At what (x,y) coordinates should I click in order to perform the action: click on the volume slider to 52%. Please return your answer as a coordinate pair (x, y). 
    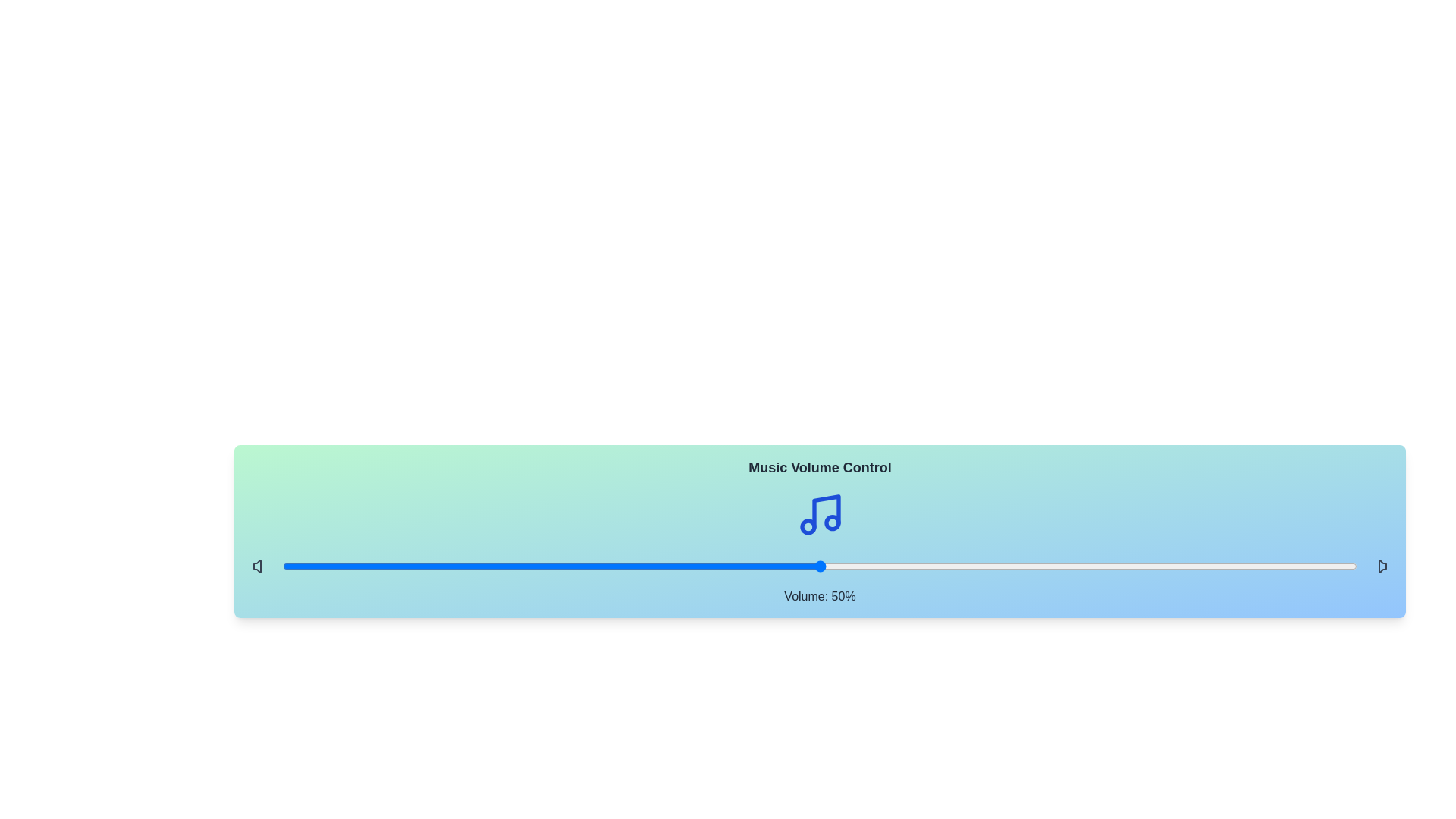
    Looking at the image, I should click on (840, 566).